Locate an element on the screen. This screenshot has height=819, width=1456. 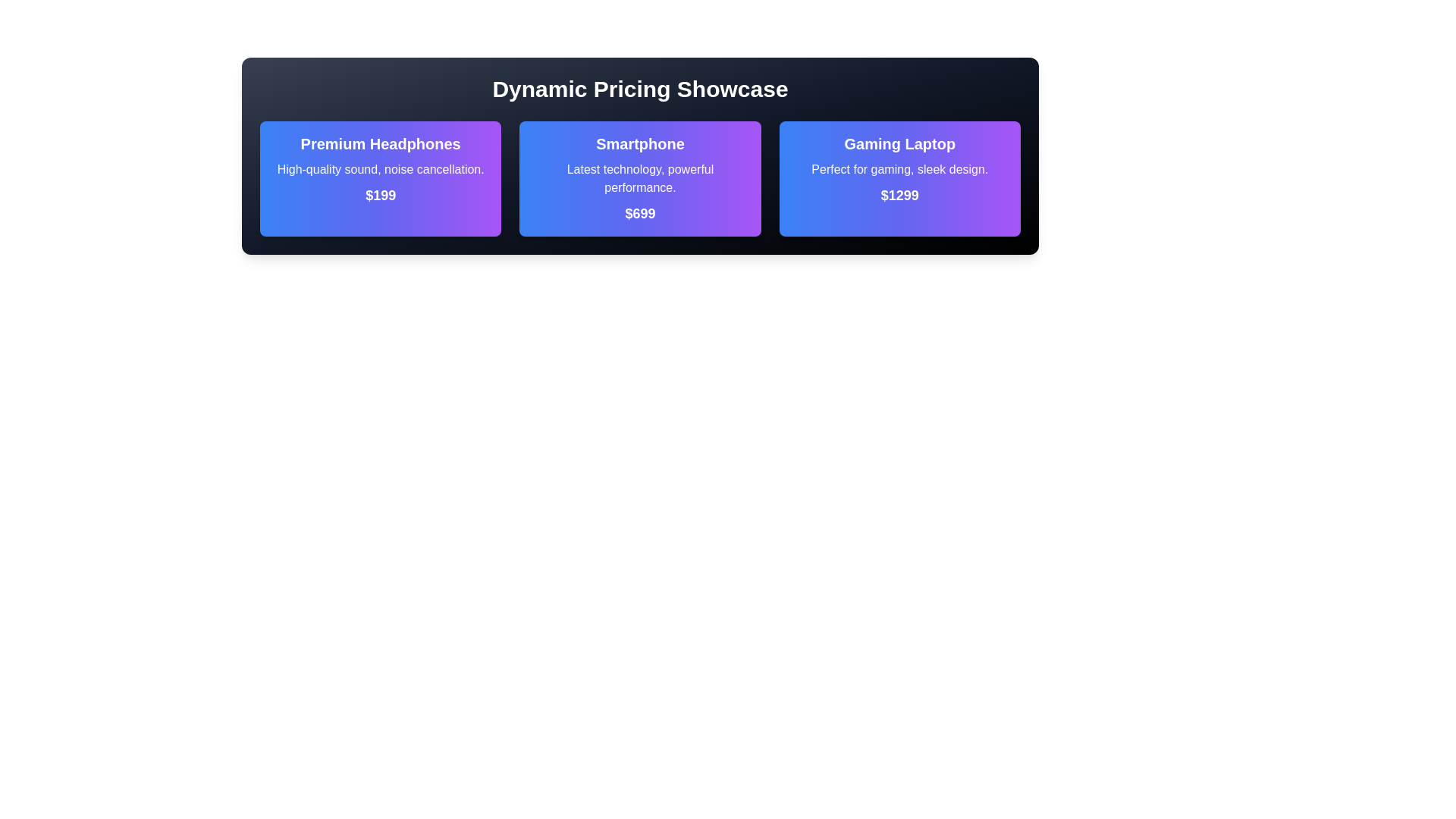
price displayed in the Text label for the 'Premium Headphones', which is located at the bottom center of the card under the subtitle 'High-quality sound, noise cancellation.' is located at coordinates (381, 195).